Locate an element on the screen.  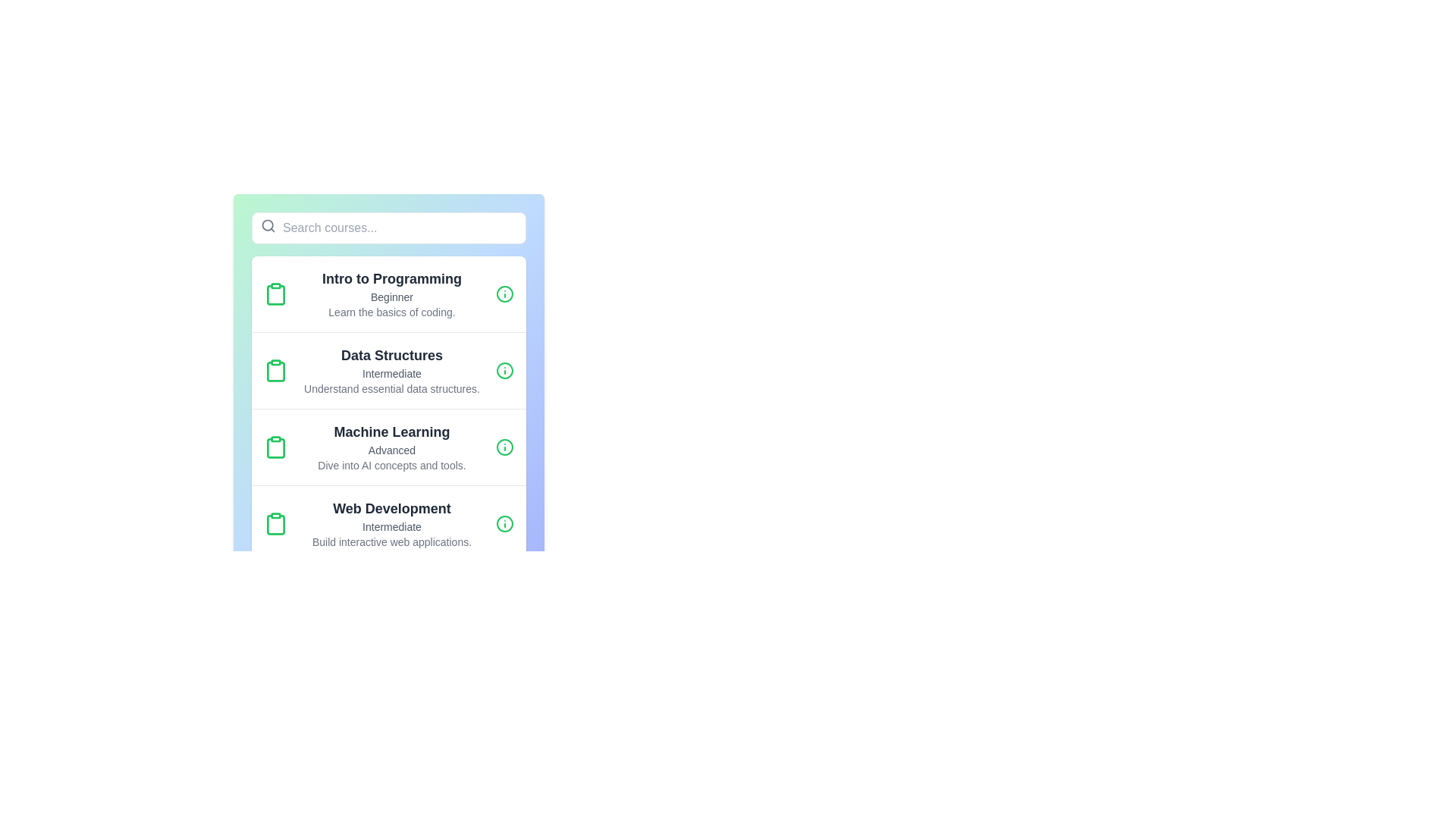
the clipboard icon next to the 'Machine Learning' course description is located at coordinates (276, 447).